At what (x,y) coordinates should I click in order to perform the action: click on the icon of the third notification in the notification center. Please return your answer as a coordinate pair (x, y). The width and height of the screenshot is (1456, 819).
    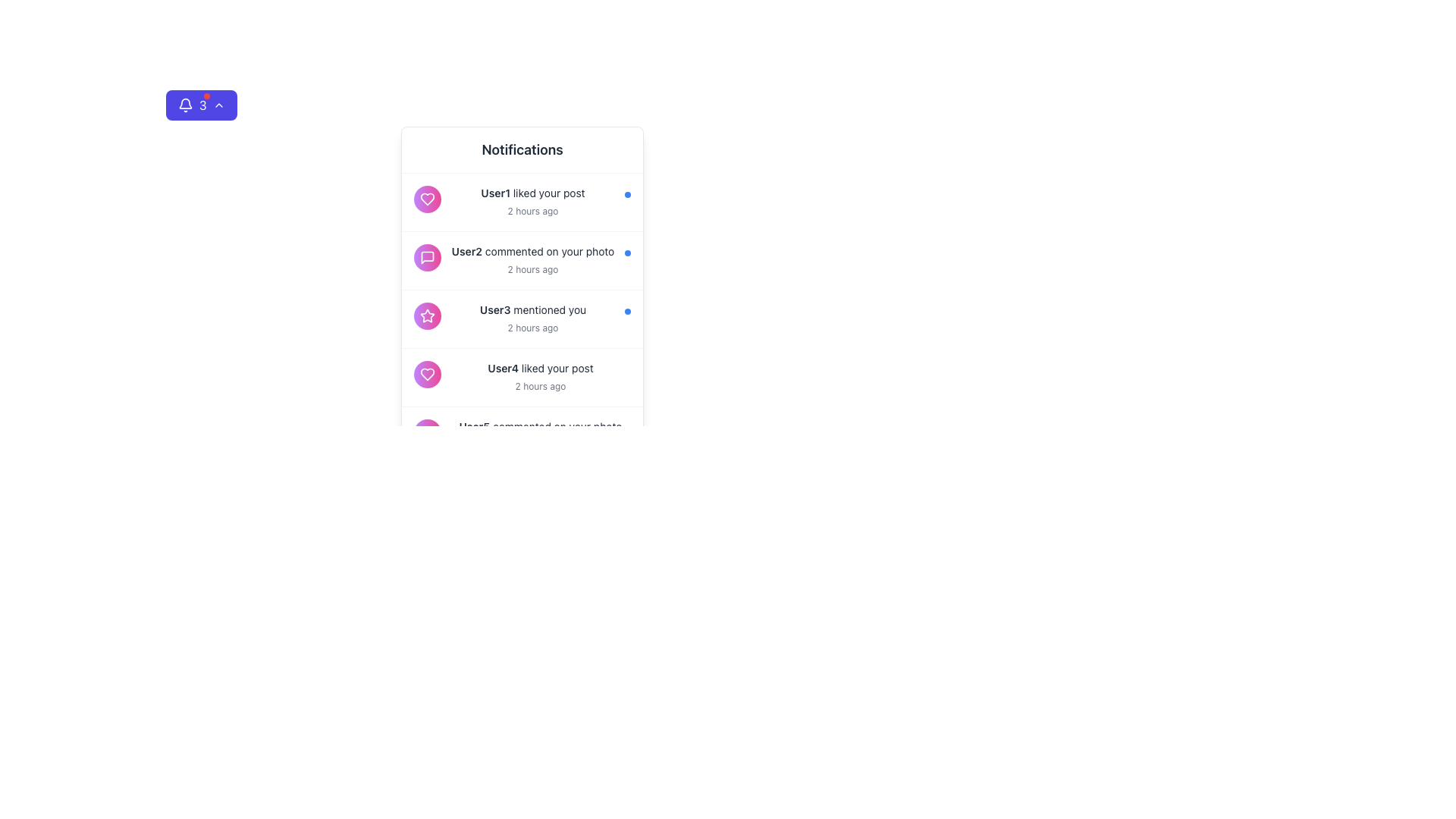
    Looking at the image, I should click on (522, 318).